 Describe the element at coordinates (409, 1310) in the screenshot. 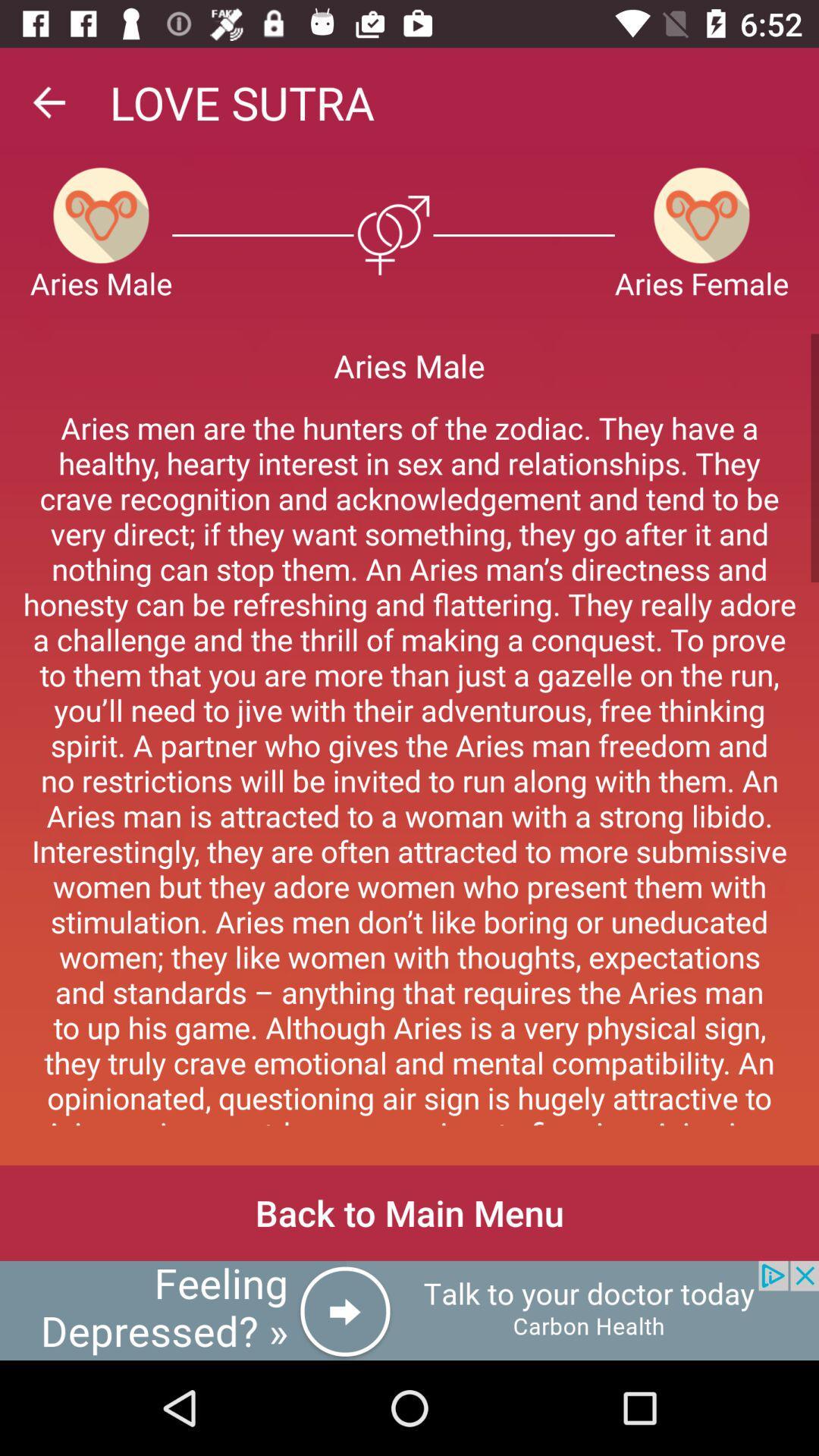

I see `click the advertisement` at that location.